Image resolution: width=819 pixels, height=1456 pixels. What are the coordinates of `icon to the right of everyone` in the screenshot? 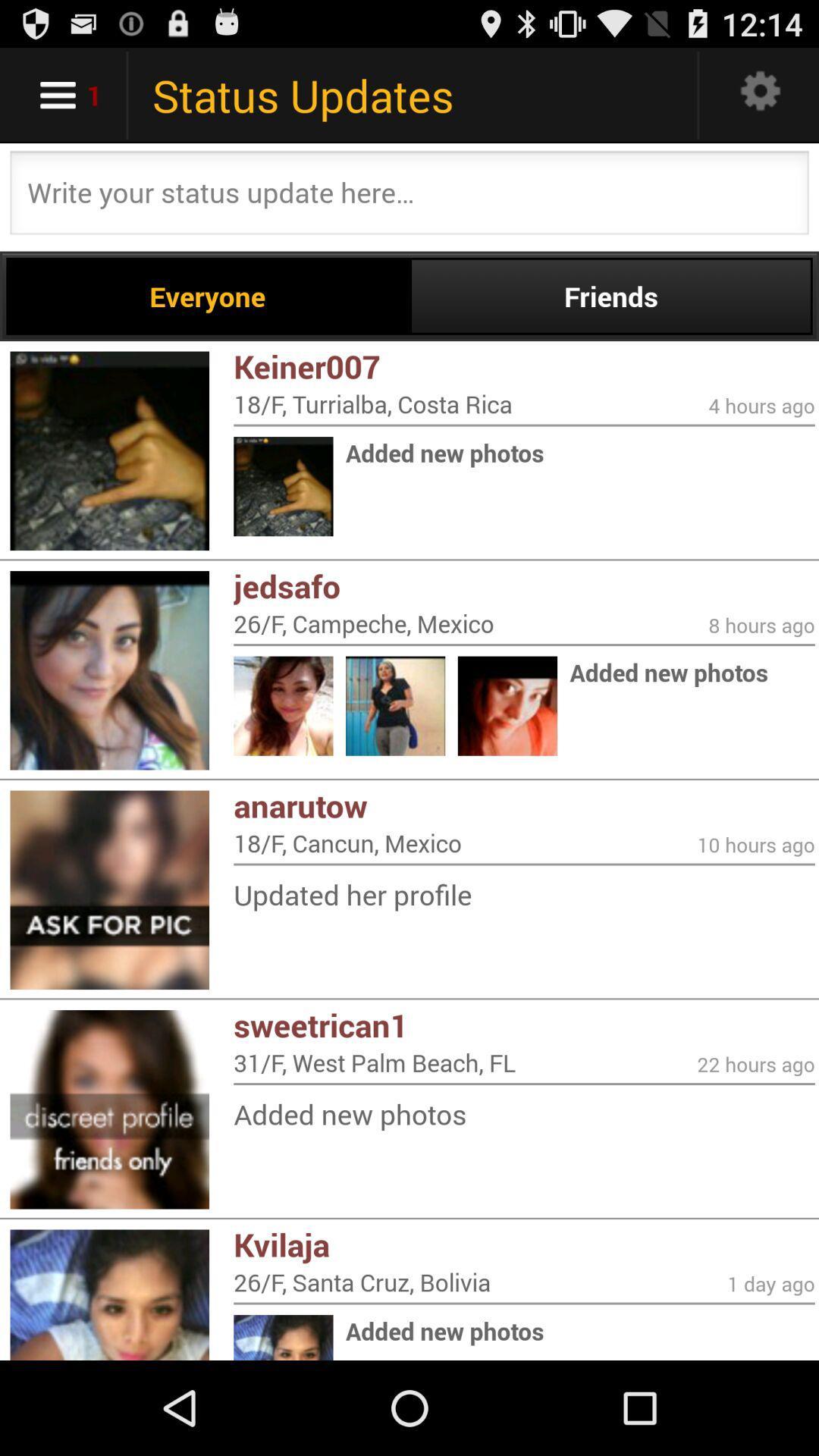 It's located at (610, 296).